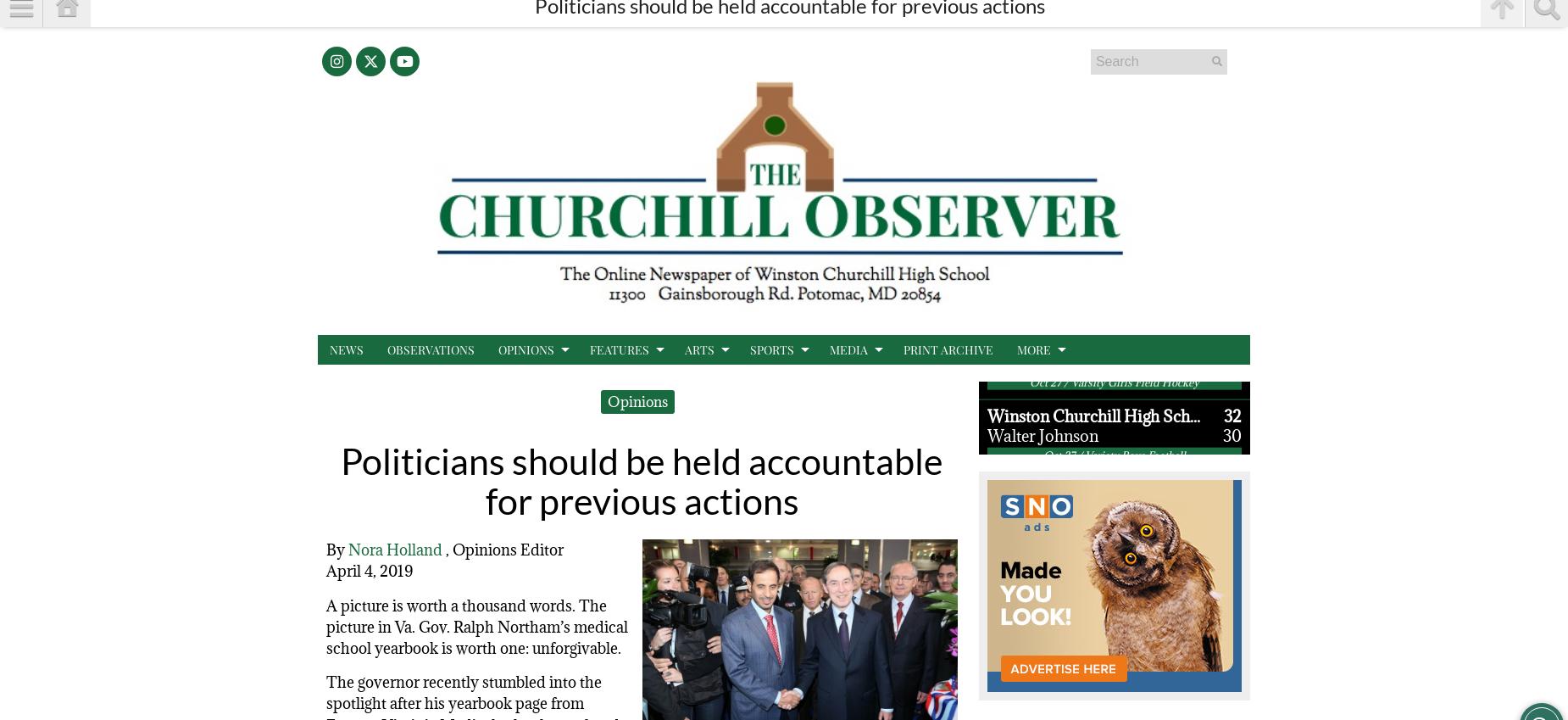  Describe the element at coordinates (1113, 655) in the screenshot. I see `'Oct 26 / Varsity Girls Soccer'` at that location.